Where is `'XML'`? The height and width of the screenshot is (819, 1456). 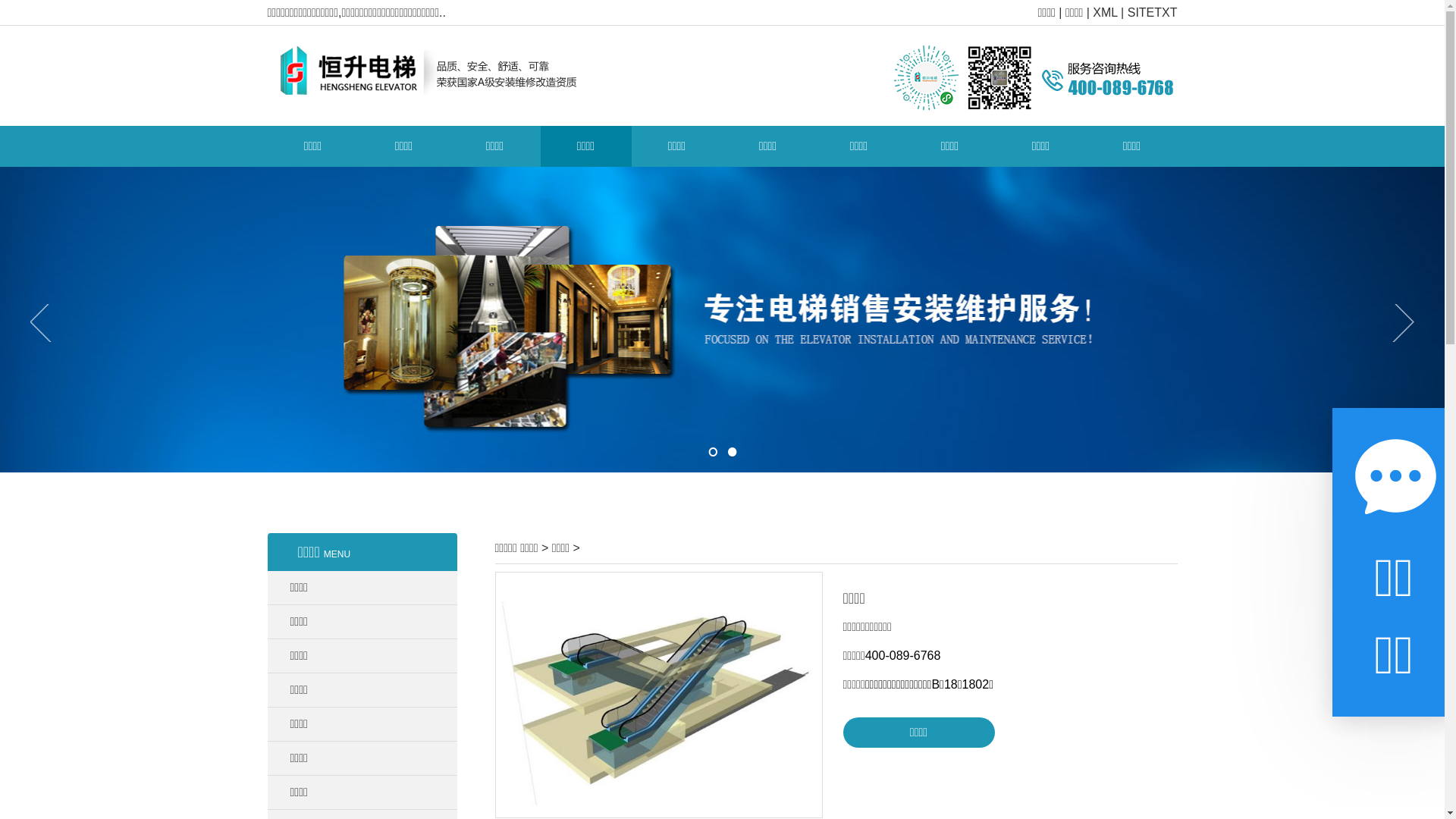
'XML' is located at coordinates (1105, 12).